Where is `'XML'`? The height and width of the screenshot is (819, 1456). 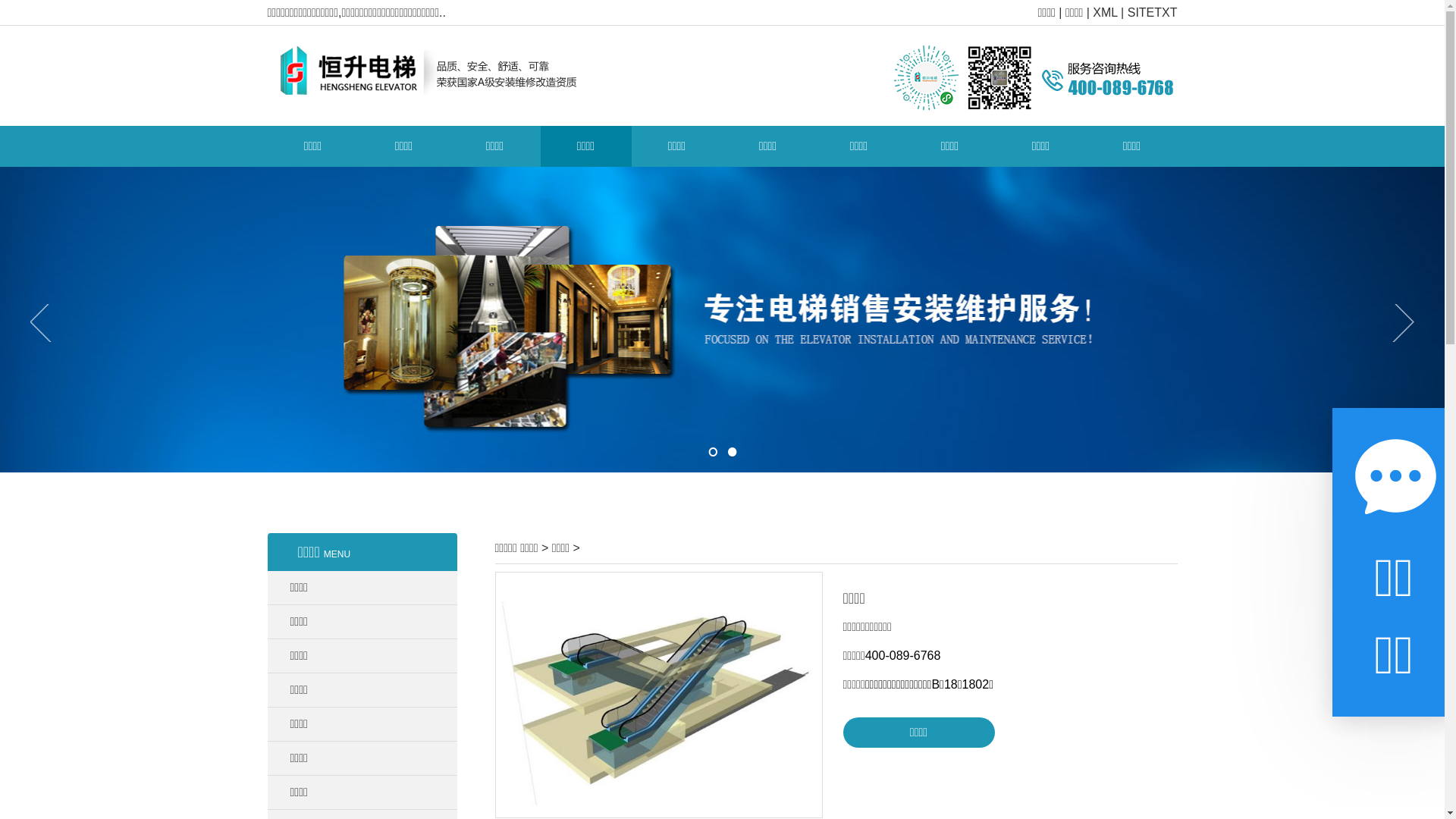
'XML' is located at coordinates (1105, 12).